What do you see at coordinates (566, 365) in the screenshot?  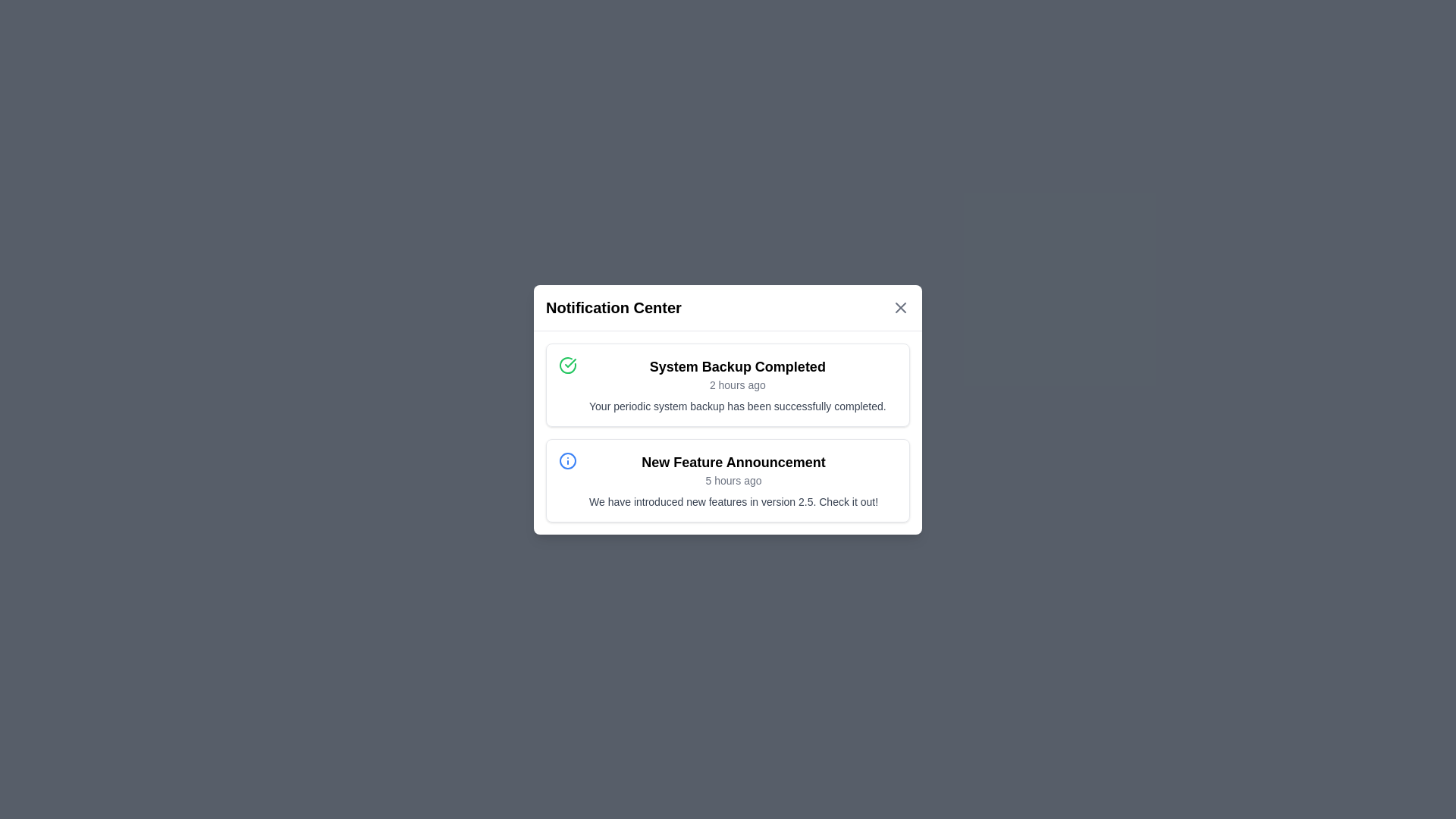 I see `the Success icon located at the leftmost position within the notification block titled 'System Backup Completed', visually indicating the completion of the system backup process` at bounding box center [566, 365].